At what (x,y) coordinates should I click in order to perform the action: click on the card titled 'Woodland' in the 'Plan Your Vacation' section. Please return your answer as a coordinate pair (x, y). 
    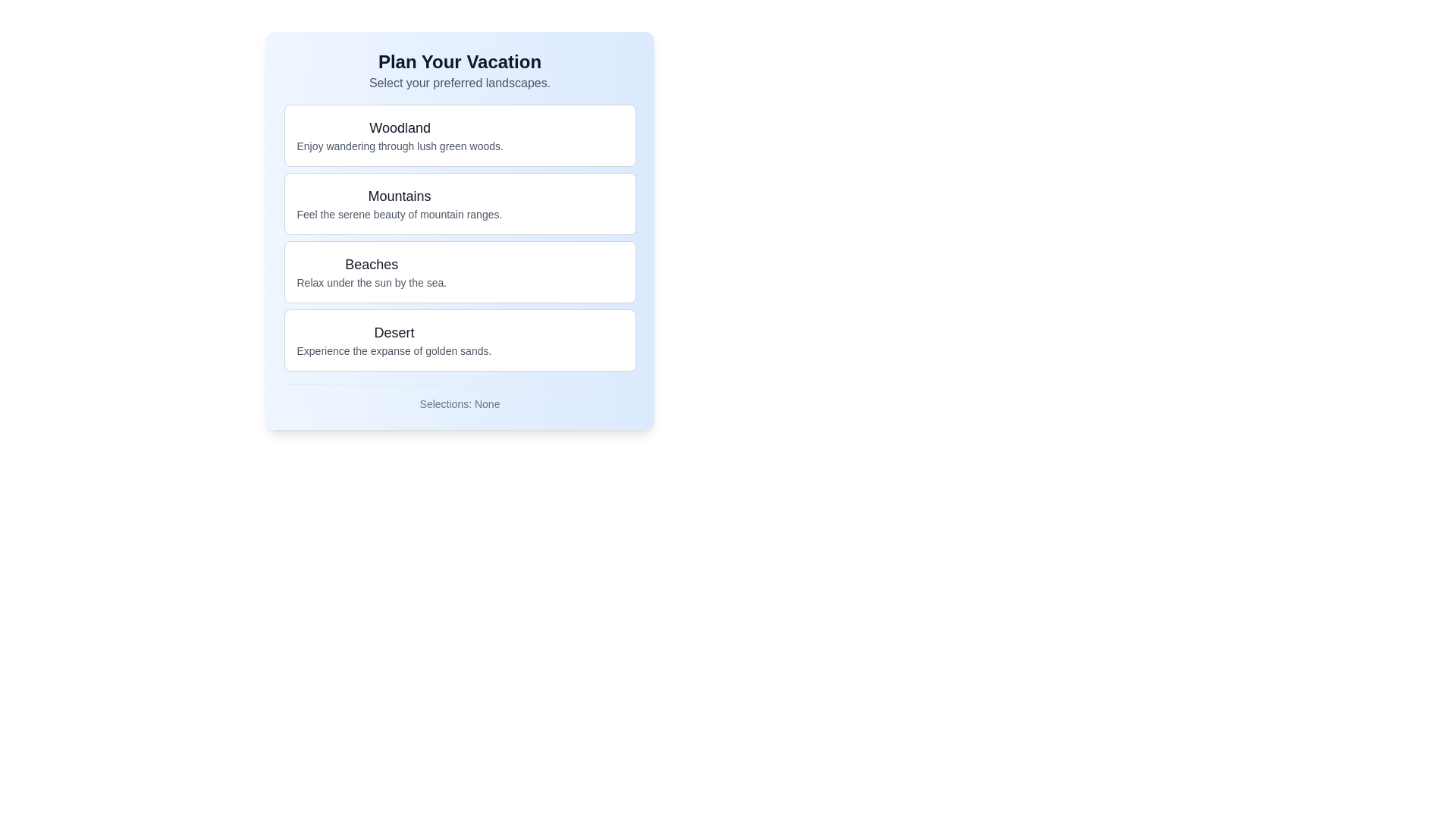
    Looking at the image, I should click on (459, 134).